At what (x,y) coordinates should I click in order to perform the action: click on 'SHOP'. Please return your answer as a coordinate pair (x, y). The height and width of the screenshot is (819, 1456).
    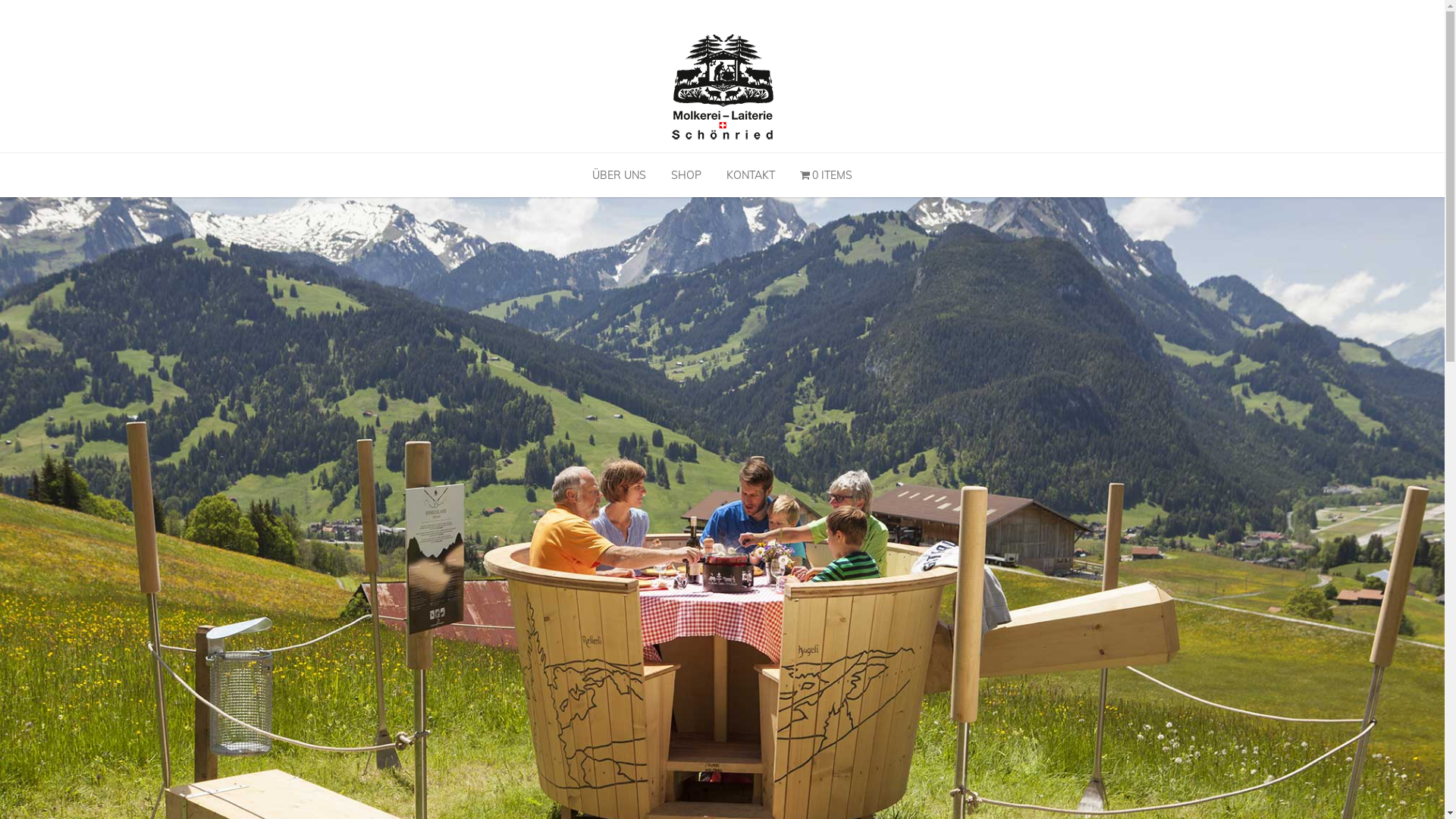
    Looking at the image, I should click on (686, 174).